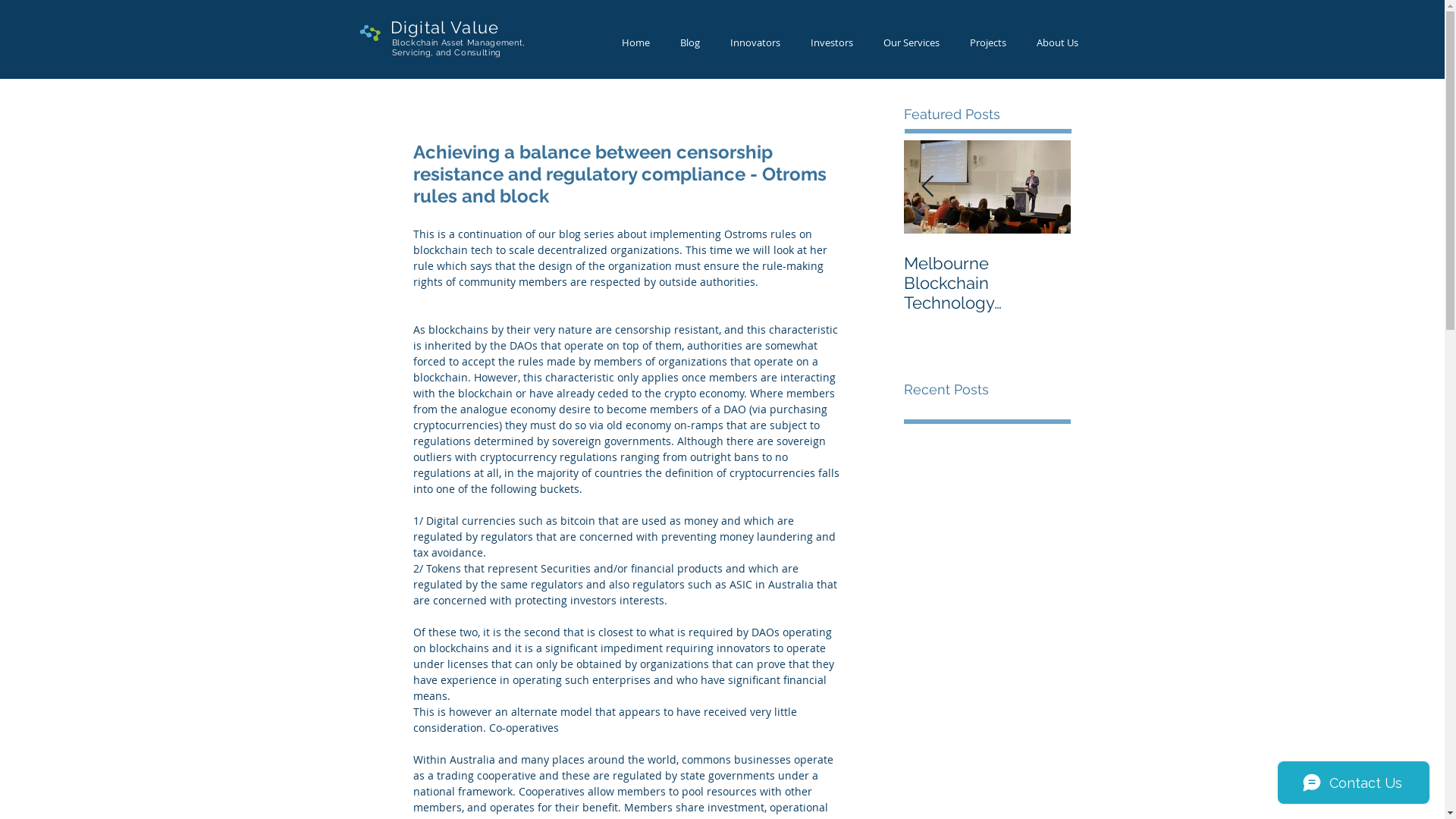 The width and height of the screenshot is (1456, 819). I want to click on 'Digital Value', so click(443, 27).